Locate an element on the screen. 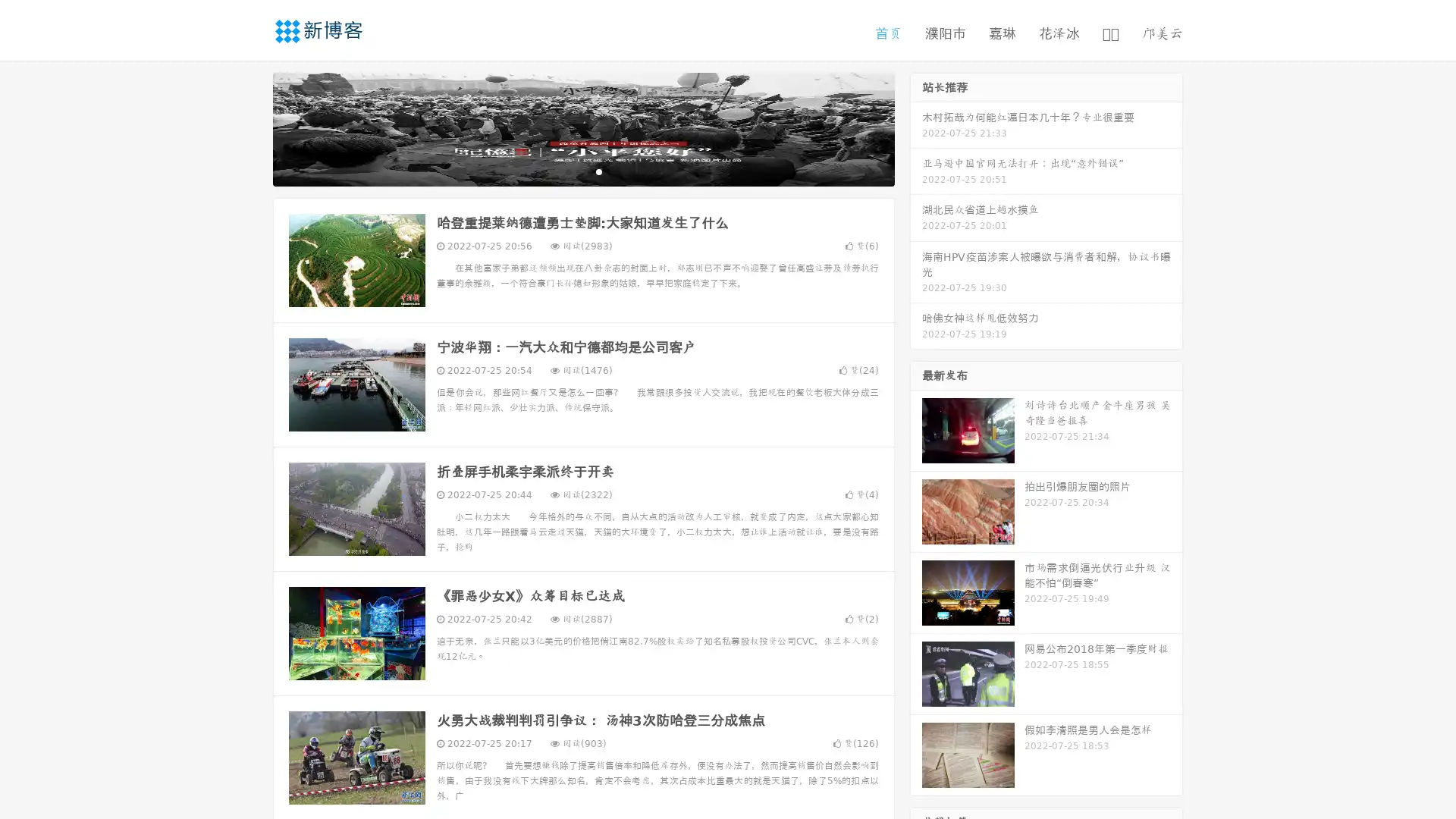 The height and width of the screenshot is (819, 1456). Previous slide is located at coordinates (250, 127).